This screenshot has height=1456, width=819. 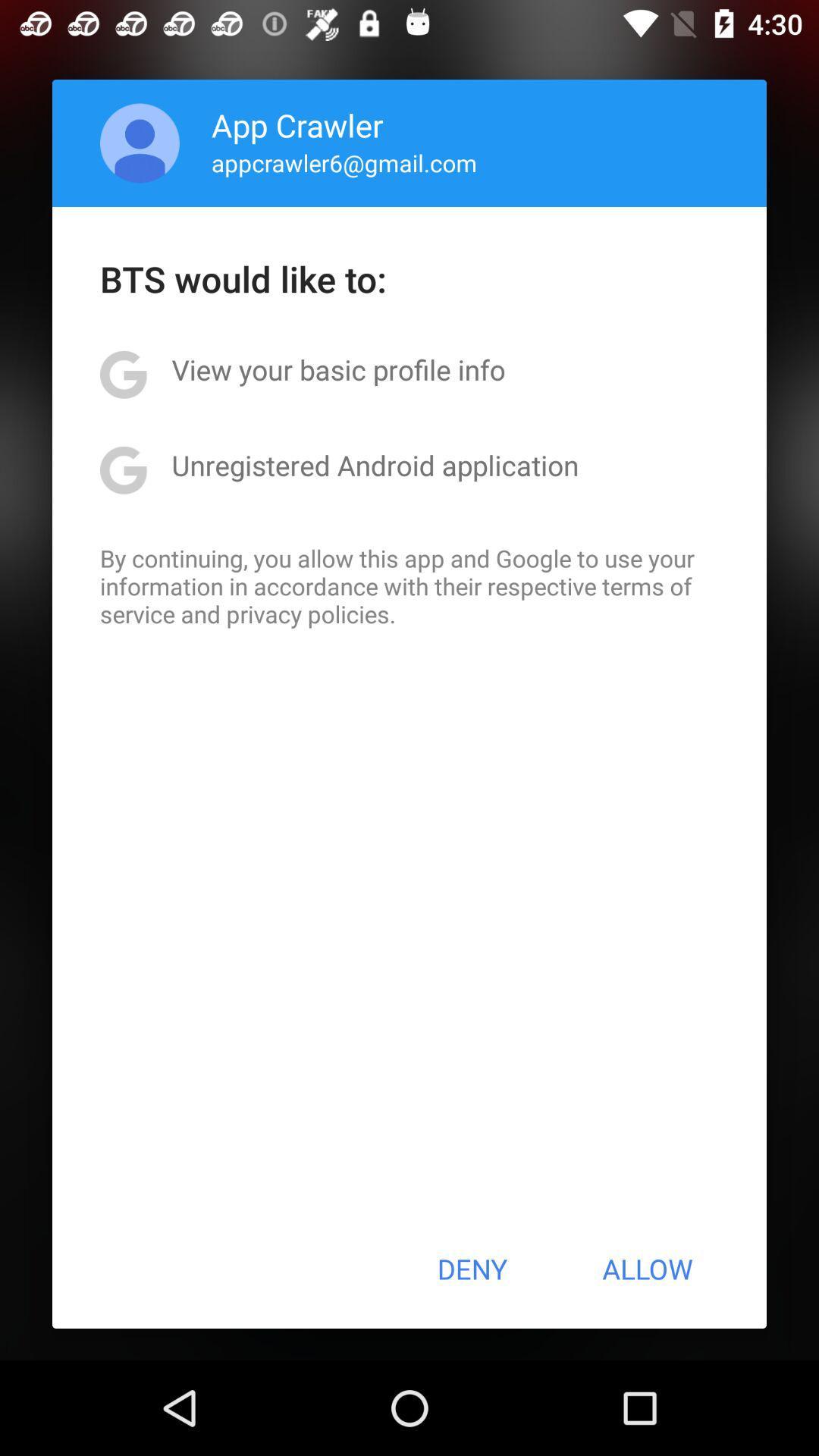 What do you see at coordinates (375, 464) in the screenshot?
I see `unregistered android application` at bounding box center [375, 464].